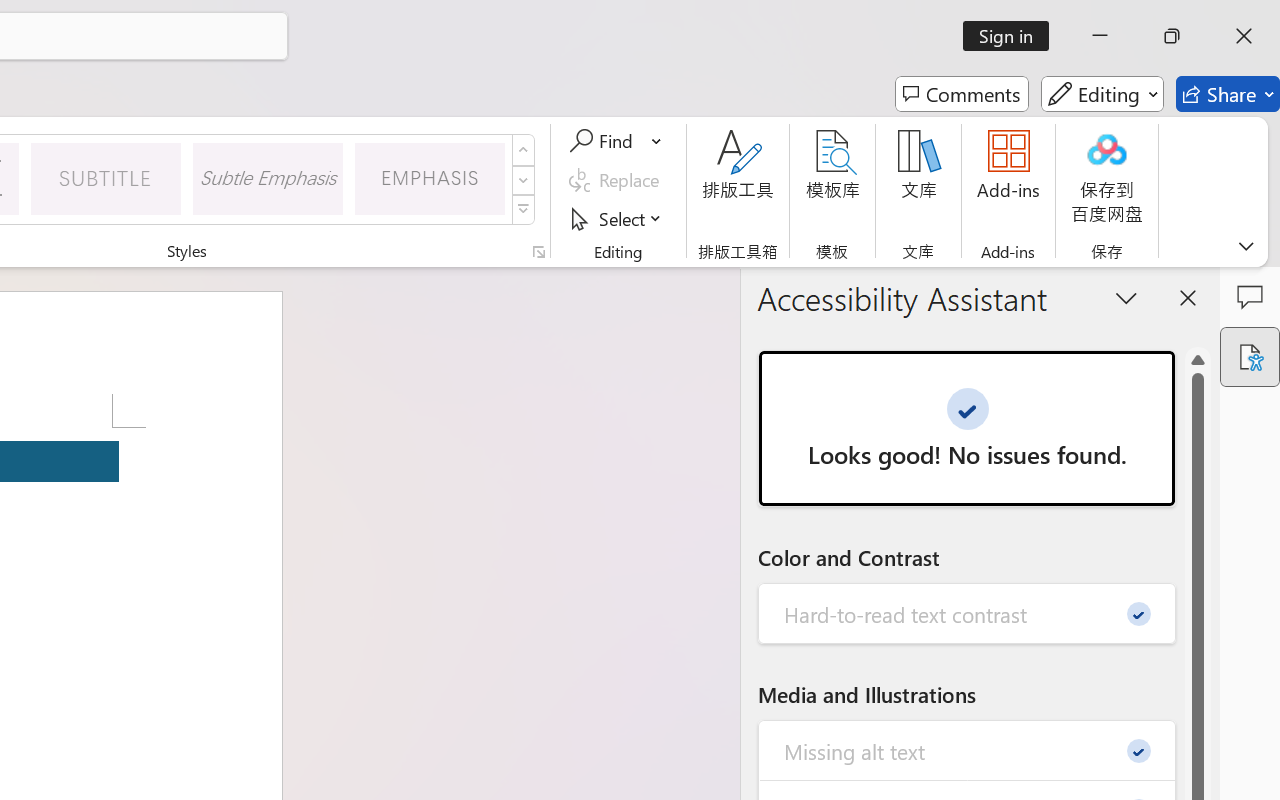  I want to click on 'Editing', so click(1101, 94).